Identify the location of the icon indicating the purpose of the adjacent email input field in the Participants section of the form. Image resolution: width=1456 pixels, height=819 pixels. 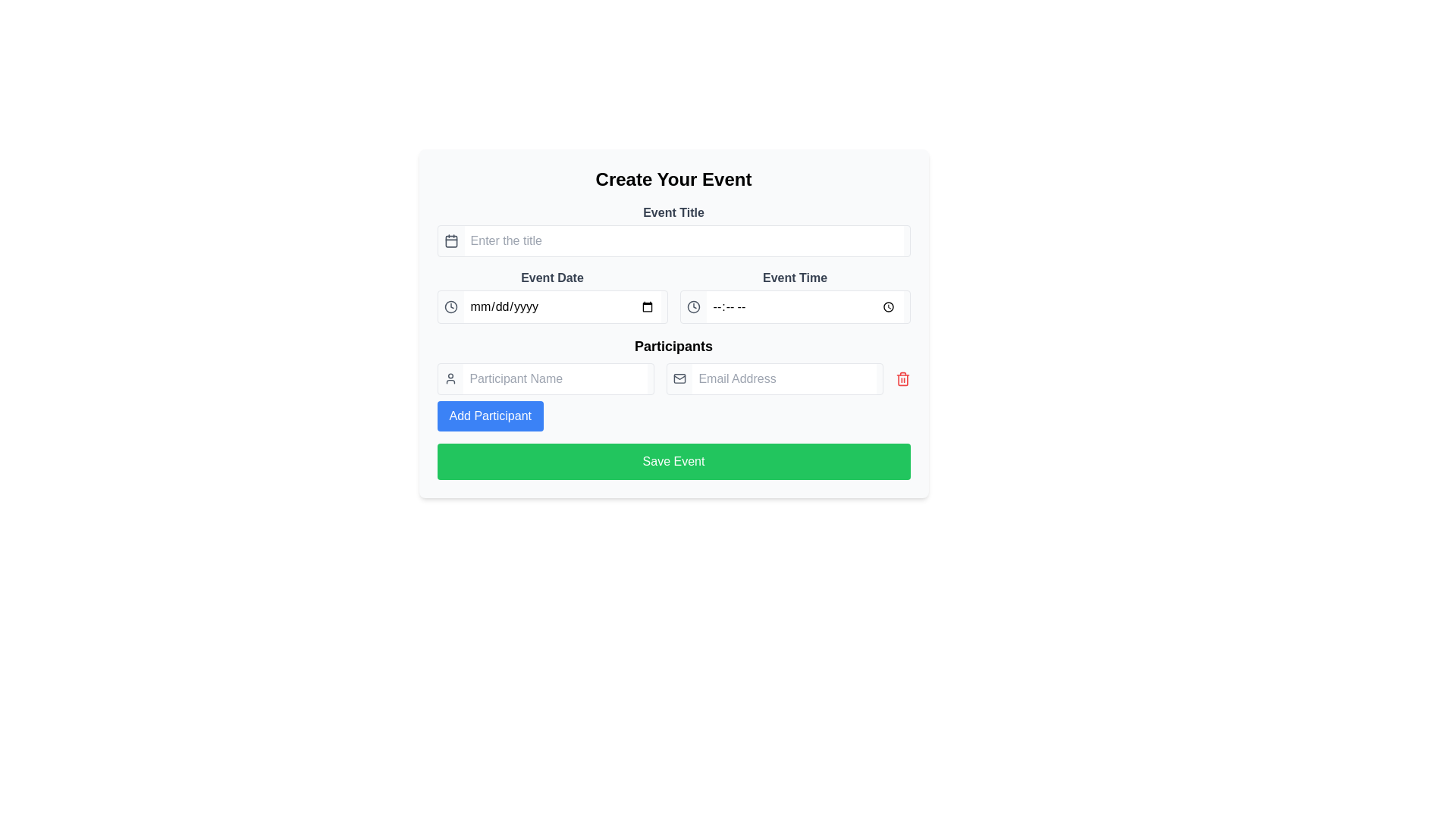
(679, 378).